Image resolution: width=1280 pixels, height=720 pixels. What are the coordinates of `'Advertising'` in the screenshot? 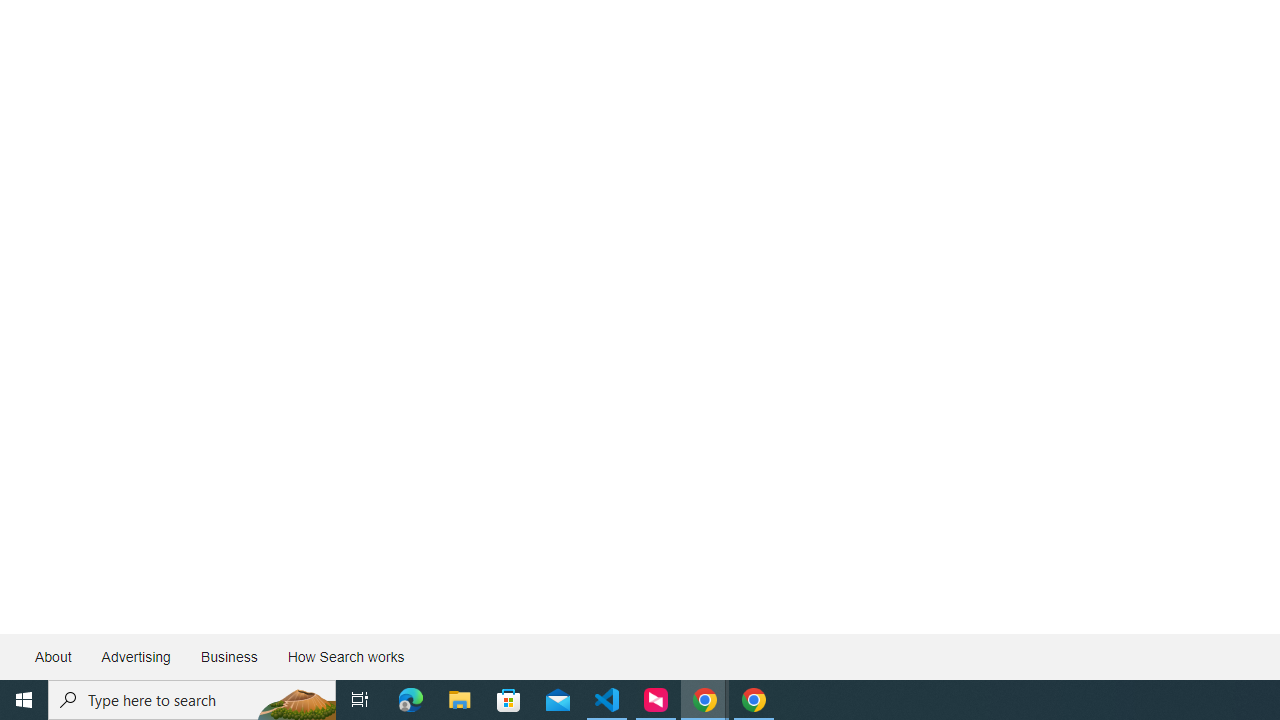 It's located at (134, 657).